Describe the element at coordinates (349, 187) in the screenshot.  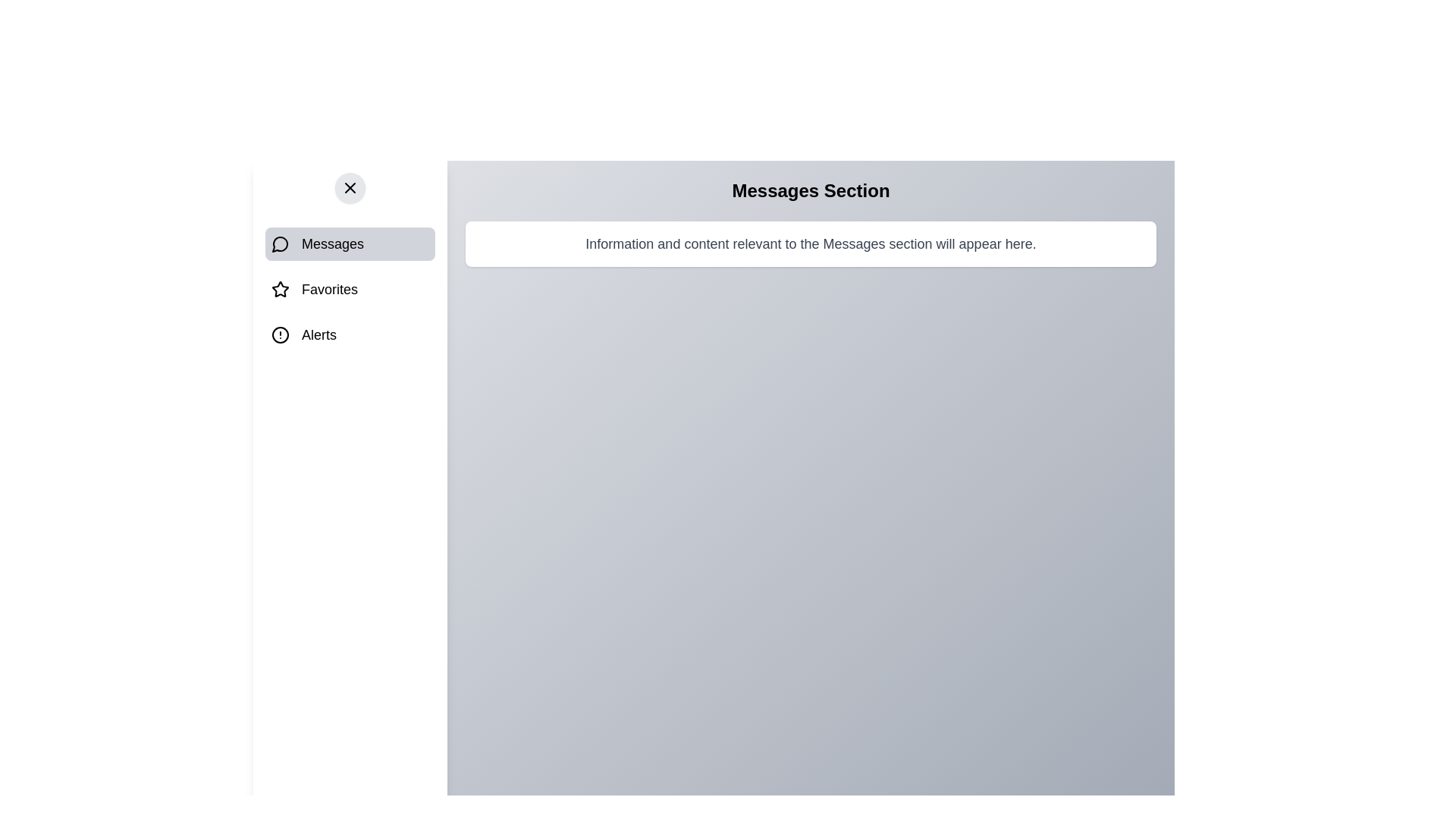
I see `toggle button located at the top-left corner of the drawer` at that location.